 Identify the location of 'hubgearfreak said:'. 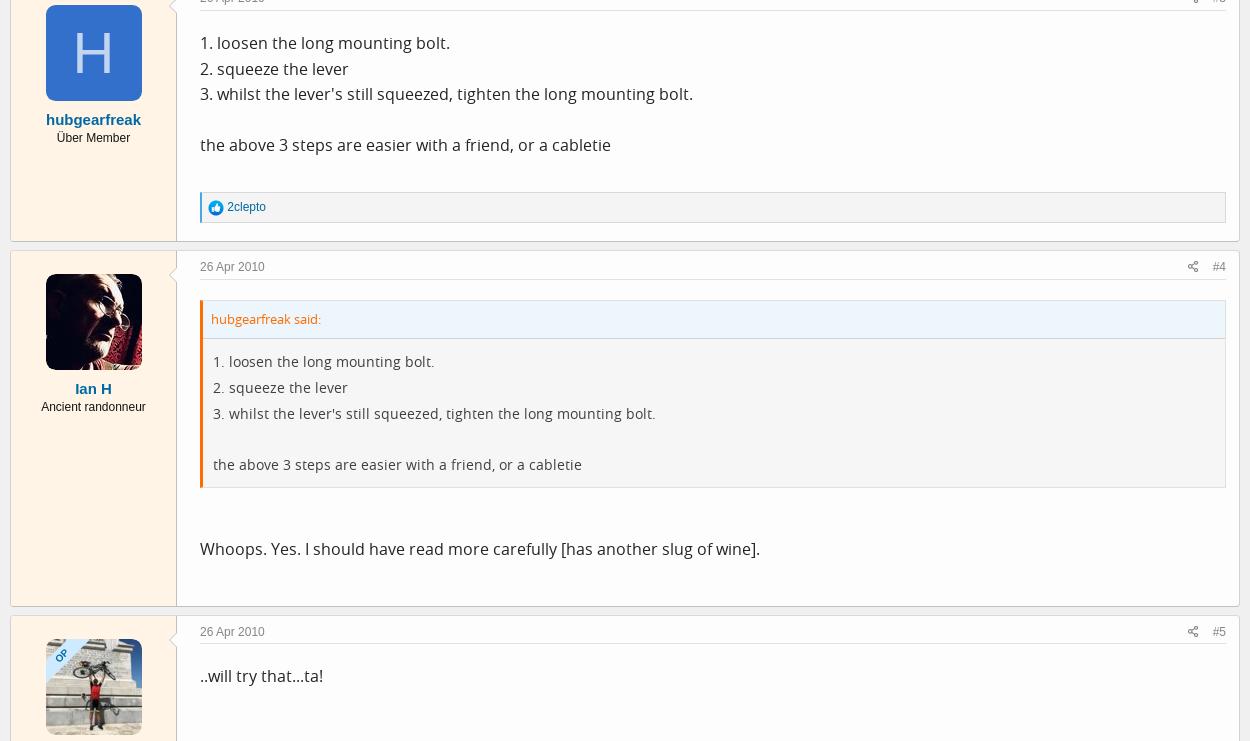
(266, 317).